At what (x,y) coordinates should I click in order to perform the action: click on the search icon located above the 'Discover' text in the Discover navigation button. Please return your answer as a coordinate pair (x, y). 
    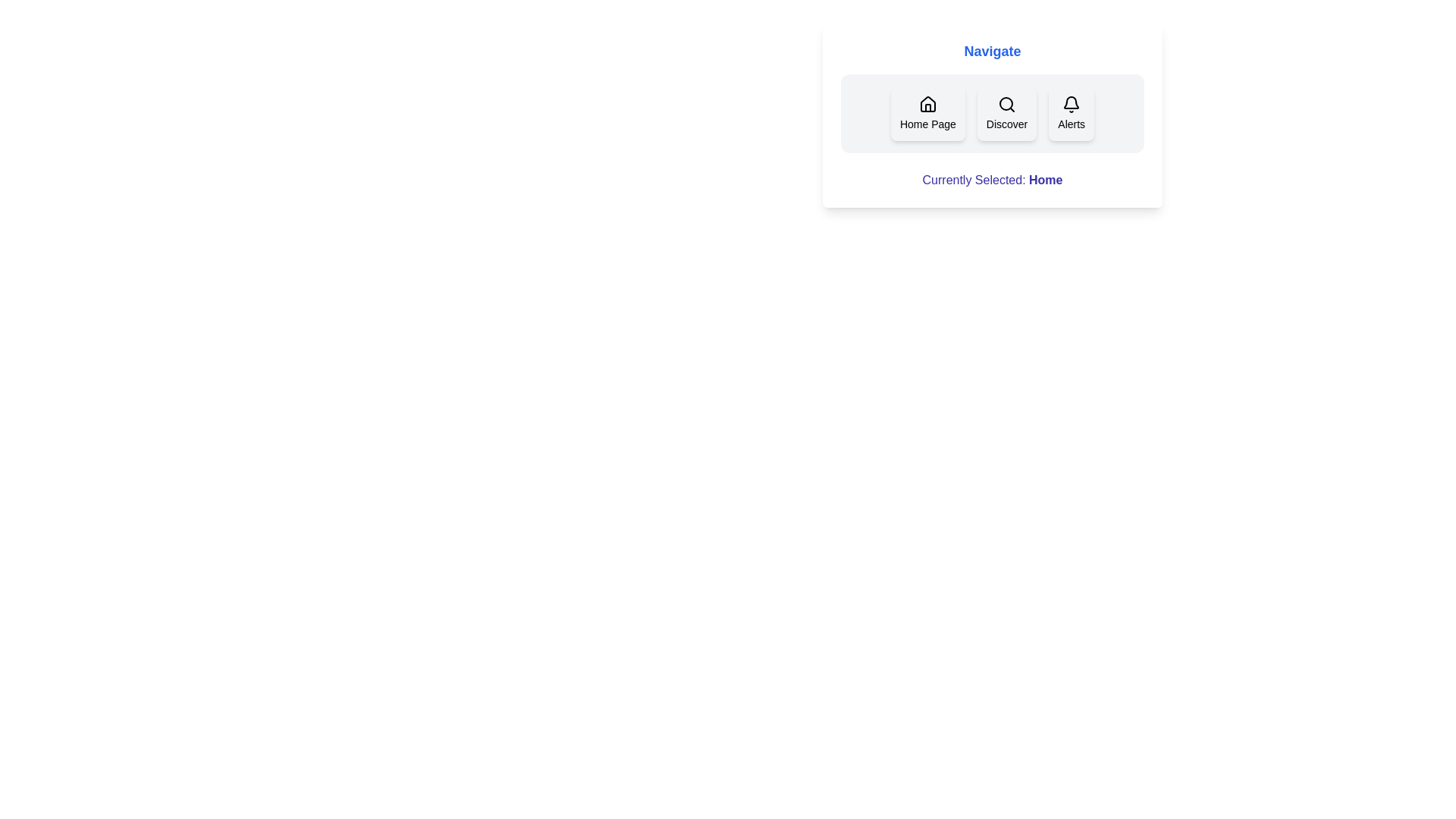
    Looking at the image, I should click on (1007, 104).